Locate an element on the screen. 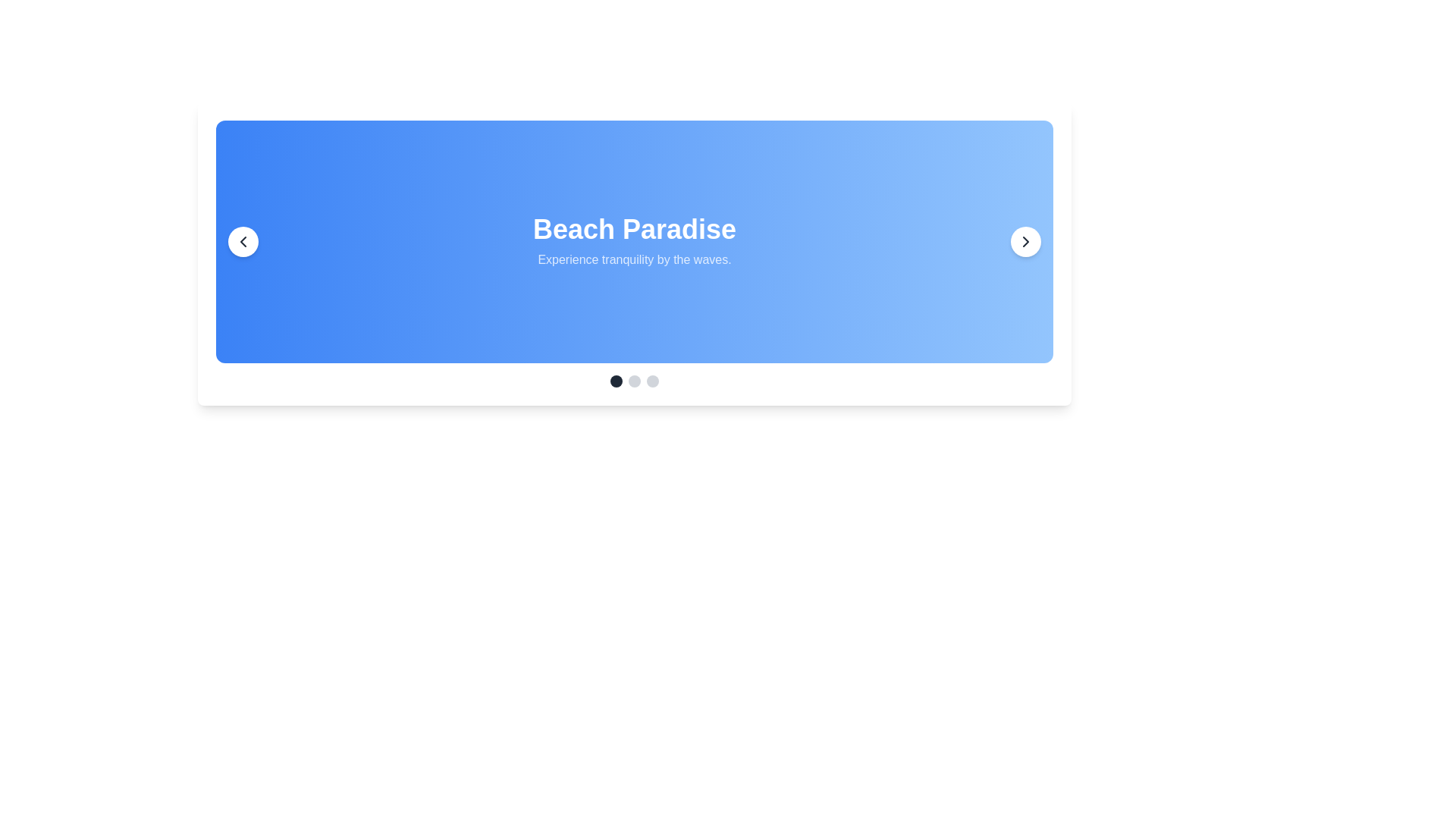  the second Carousel navigation dot, which is a small circular button with a gray background located beneath the 'Beach Paradise' title is located at coordinates (634, 380).